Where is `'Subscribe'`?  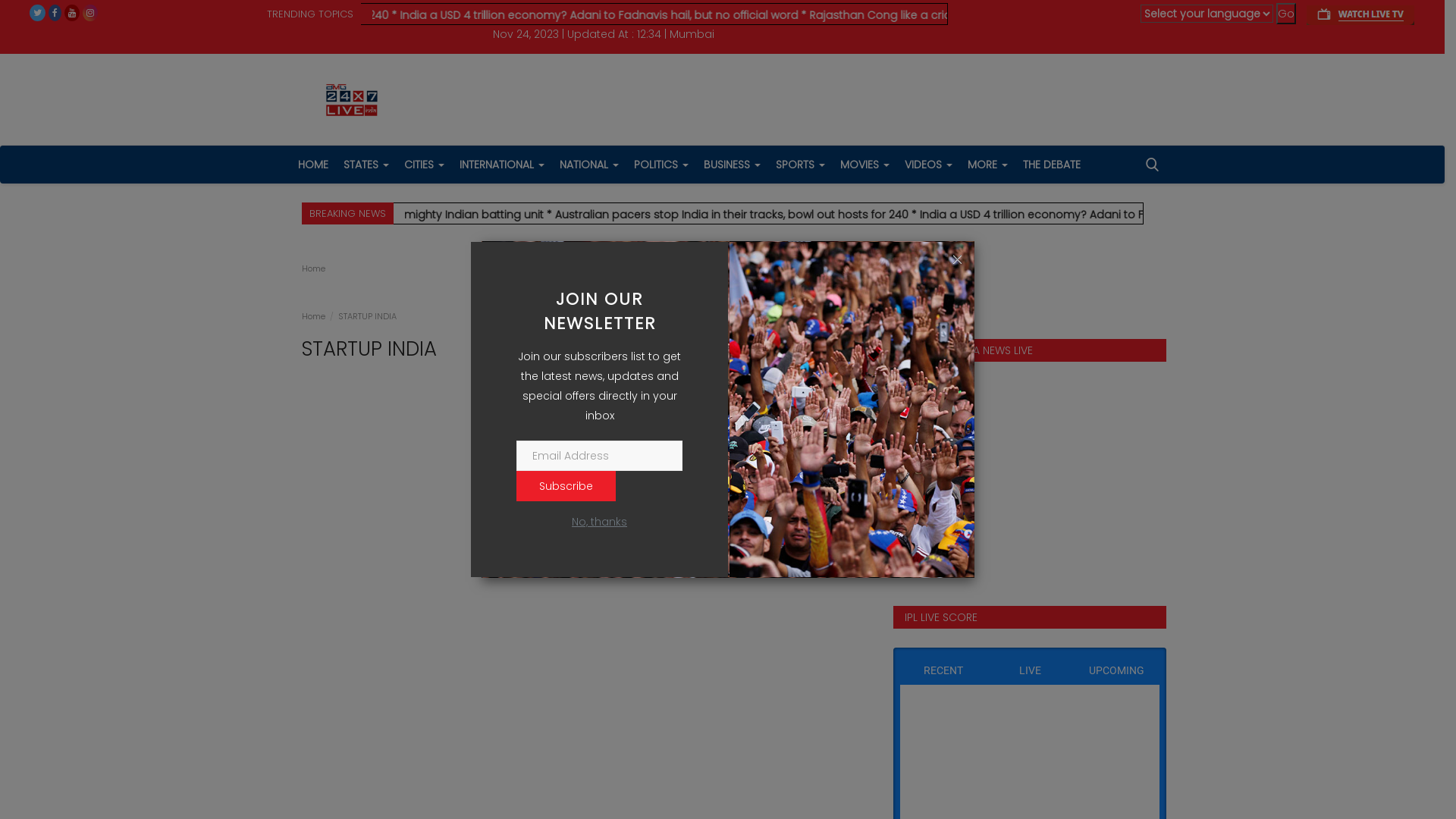 'Subscribe' is located at coordinates (565, 485).